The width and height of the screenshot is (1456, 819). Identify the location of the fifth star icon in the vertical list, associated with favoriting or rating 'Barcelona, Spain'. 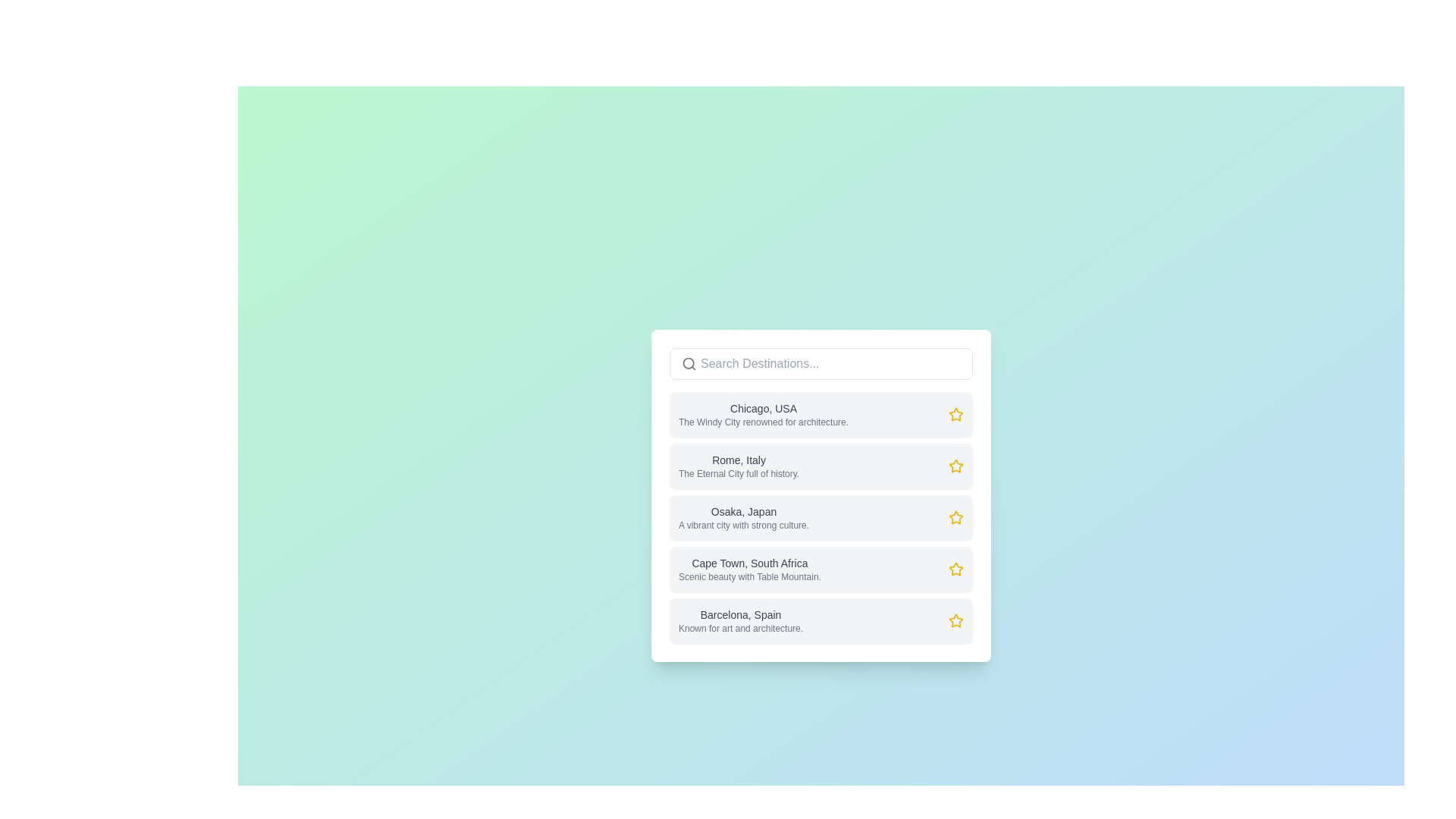
(954, 620).